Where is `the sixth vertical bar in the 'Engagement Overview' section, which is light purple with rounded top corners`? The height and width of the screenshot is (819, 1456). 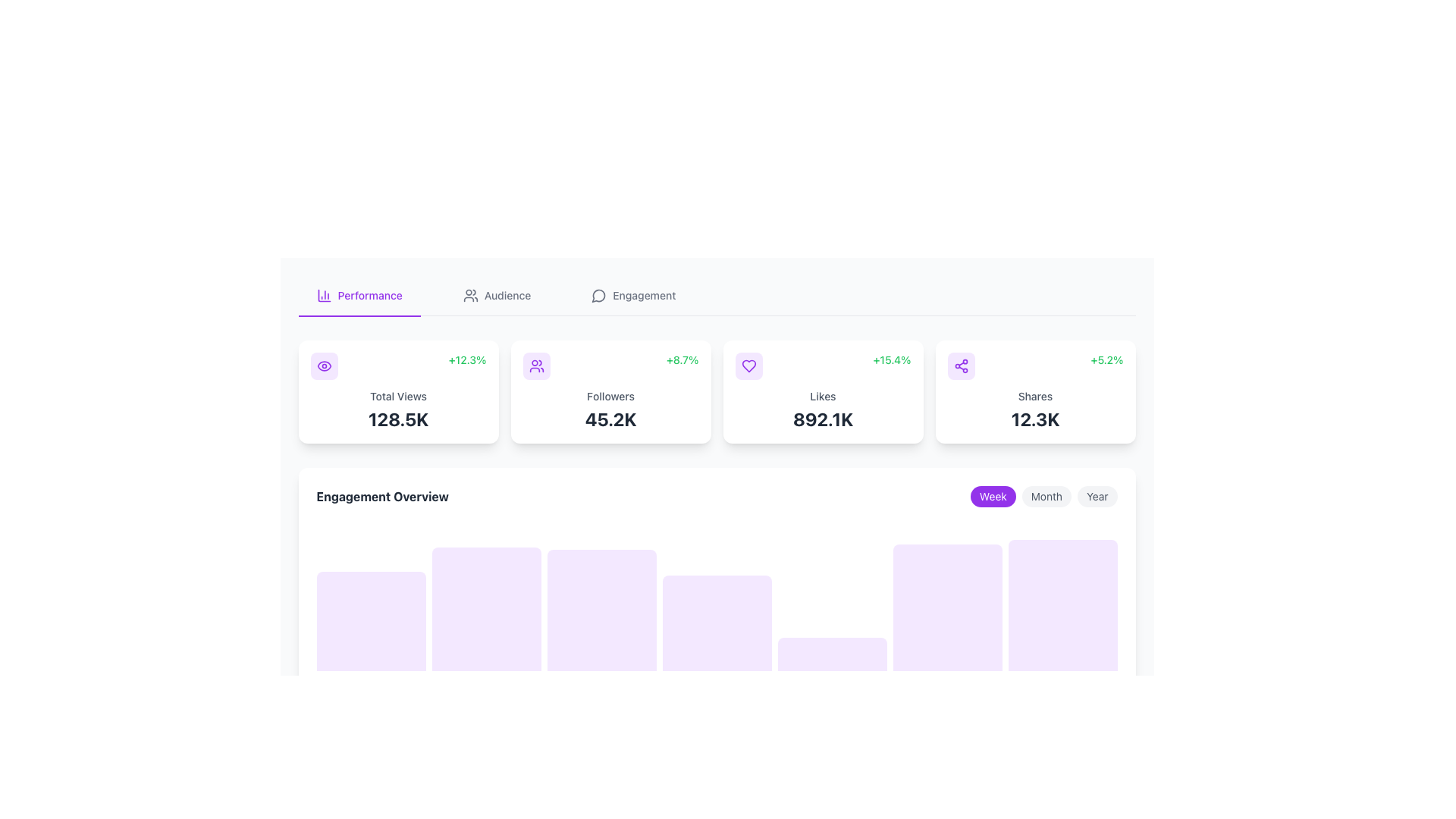 the sixth vertical bar in the 'Engagement Overview' section, which is light purple with rounded top corners is located at coordinates (946, 607).